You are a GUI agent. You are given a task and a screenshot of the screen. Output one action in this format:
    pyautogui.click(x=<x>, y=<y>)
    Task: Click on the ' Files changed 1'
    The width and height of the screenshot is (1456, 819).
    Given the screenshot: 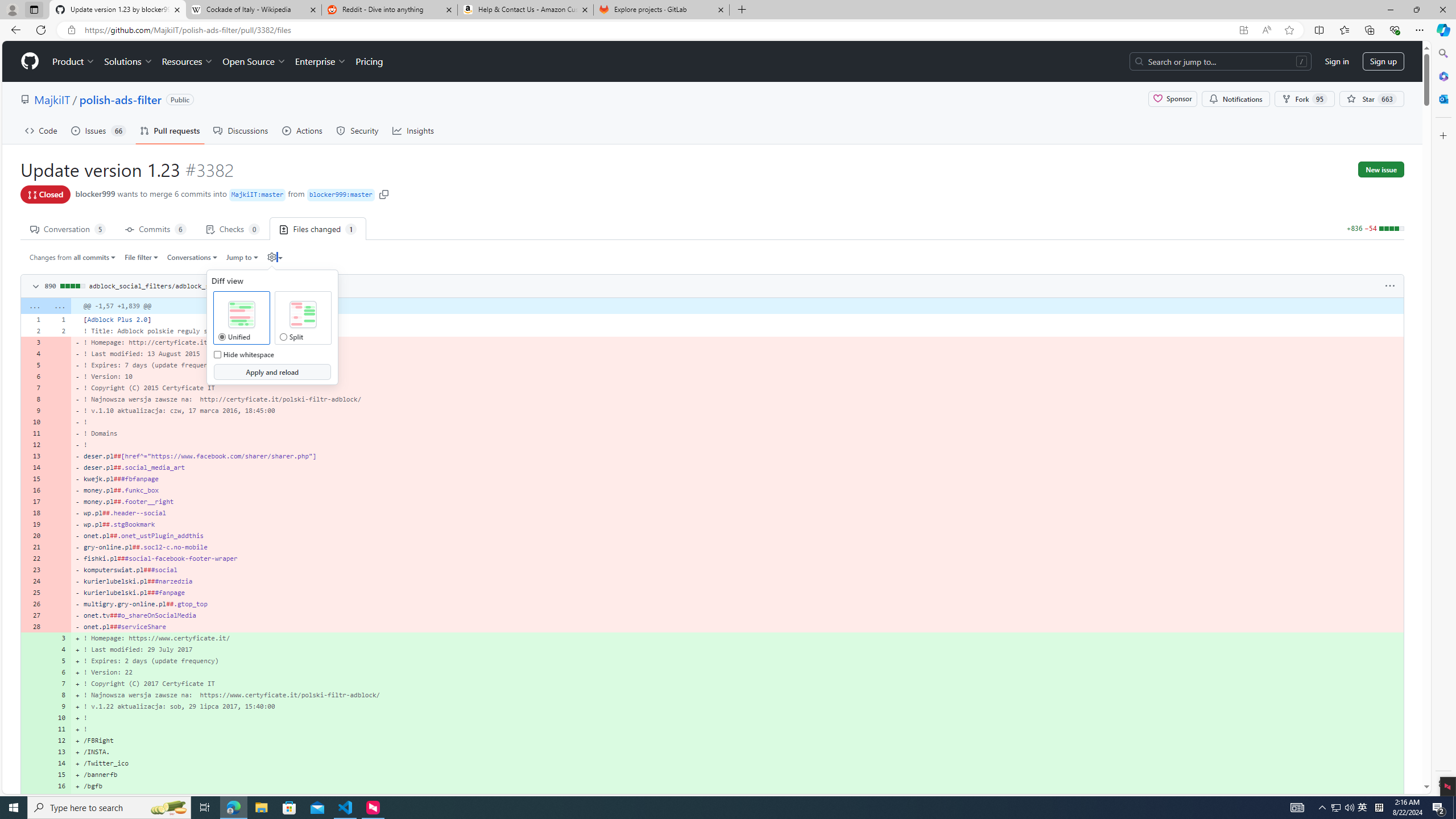 What is the action you would take?
    pyautogui.click(x=317, y=228)
    